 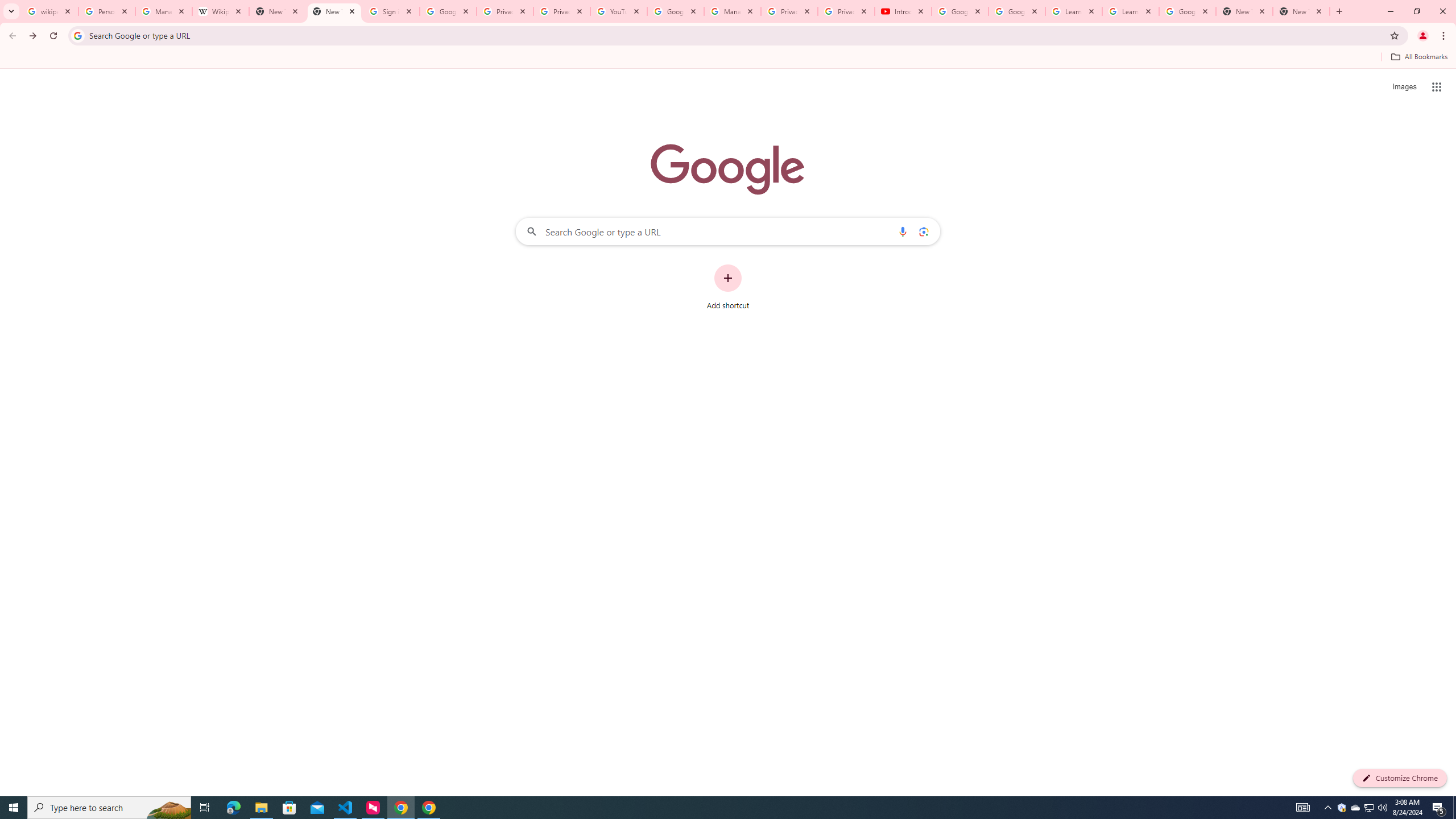 What do you see at coordinates (959, 11) in the screenshot?
I see `'Google Account Help'` at bounding box center [959, 11].